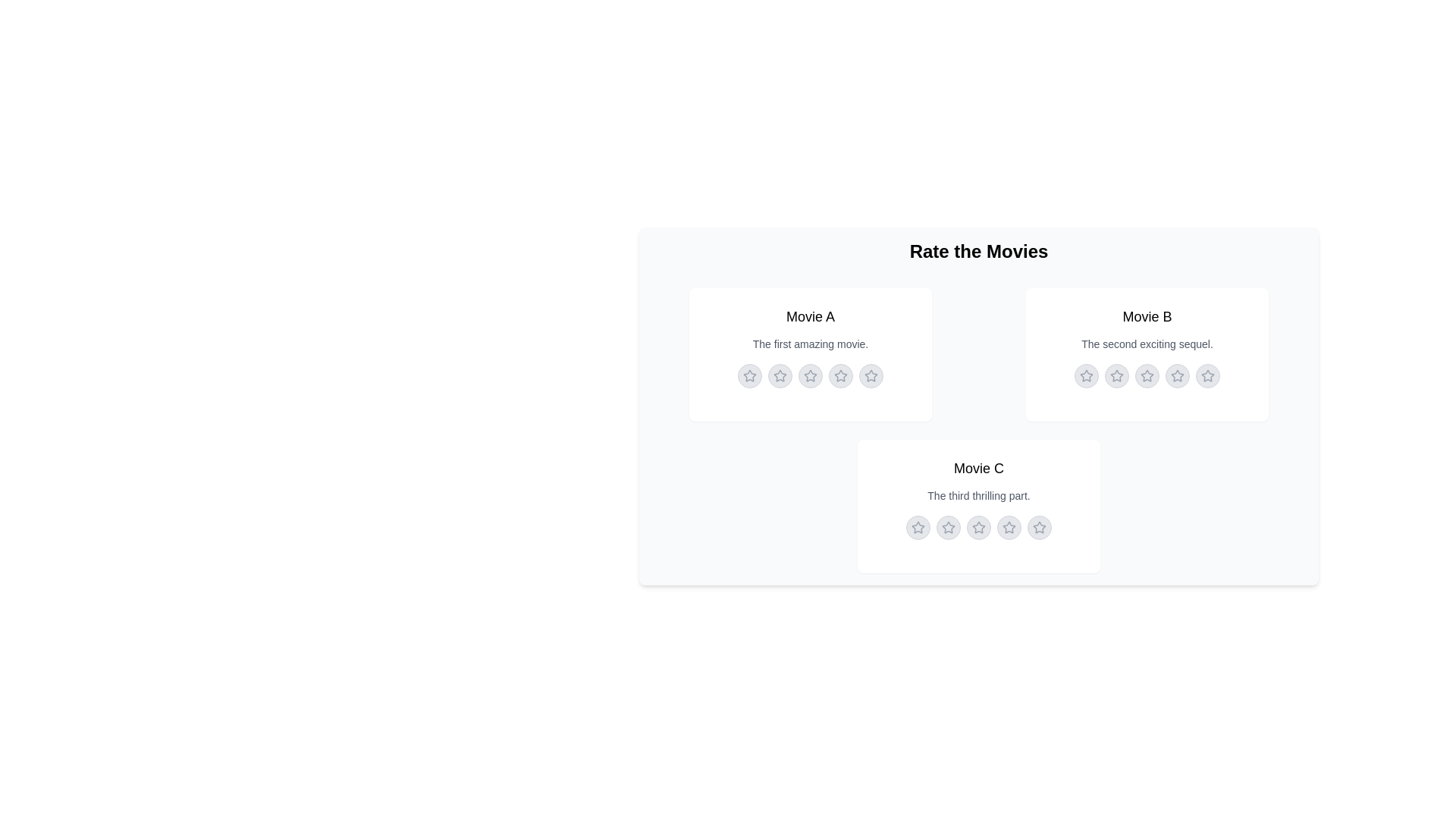  What do you see at coordinates (1086, 375) in the screenshot?
I see `the first Rating star icon to give focus for rating 'Movie B'` at bounding box center [1086, 375].